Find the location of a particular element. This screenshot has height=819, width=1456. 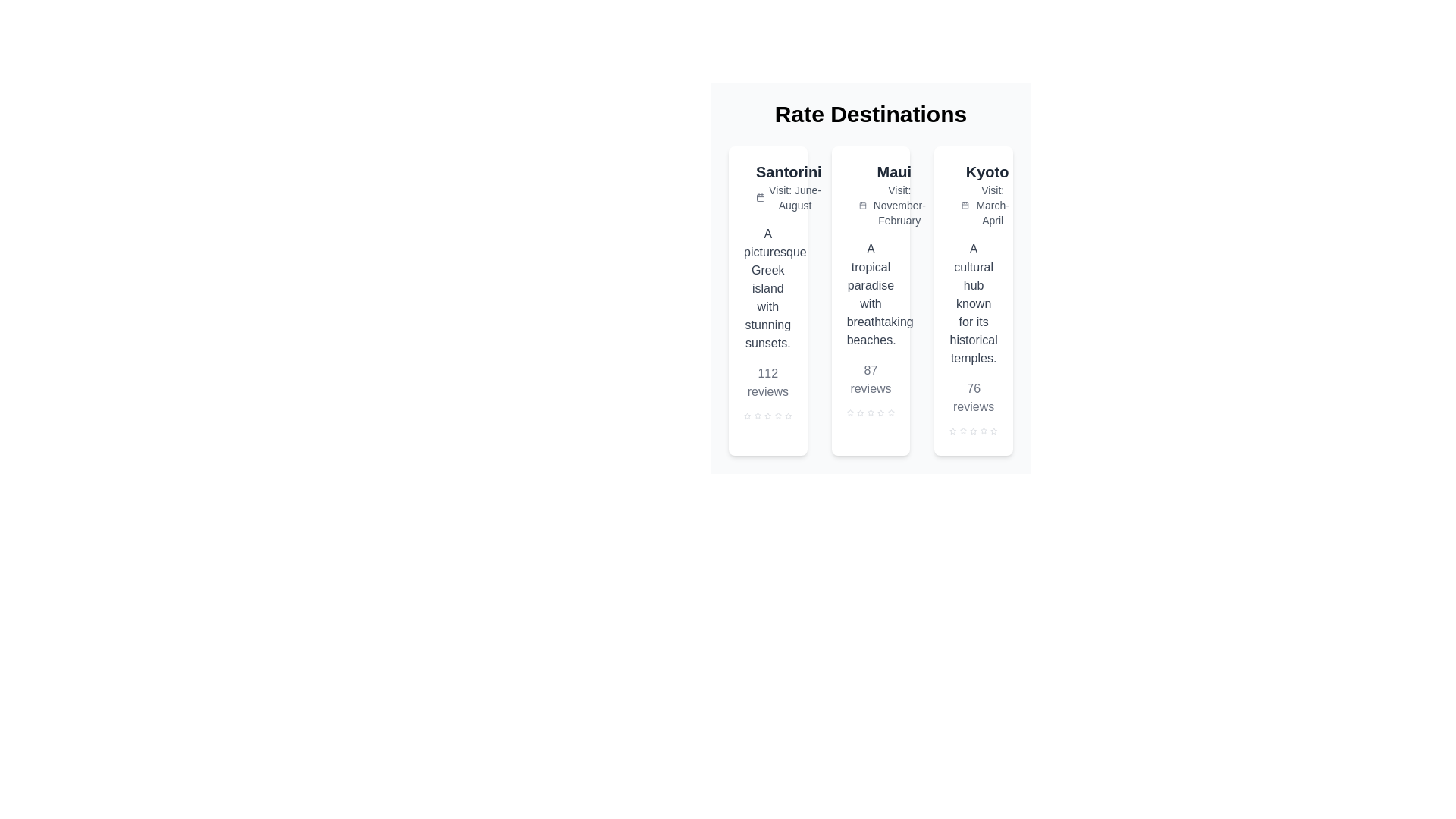

rounded rectangle graphic element within the SVG icon representing a calendar, located to the left of the 'Visit: June-August' text for 'Santorini' in the 'Rate Destinations' panel using developer tools is located at coordinates (761, 197).